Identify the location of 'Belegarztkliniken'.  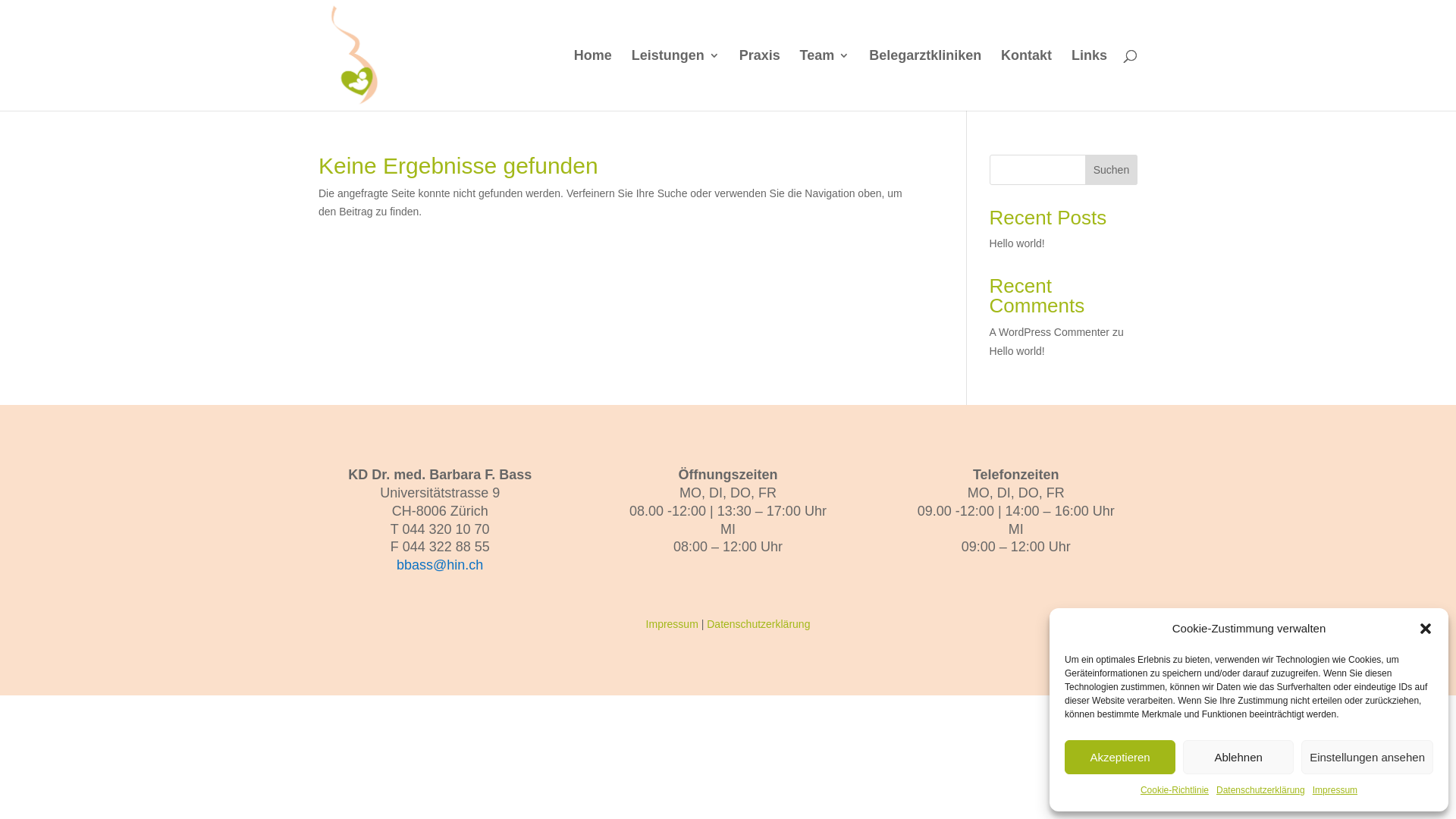
(924, 80).